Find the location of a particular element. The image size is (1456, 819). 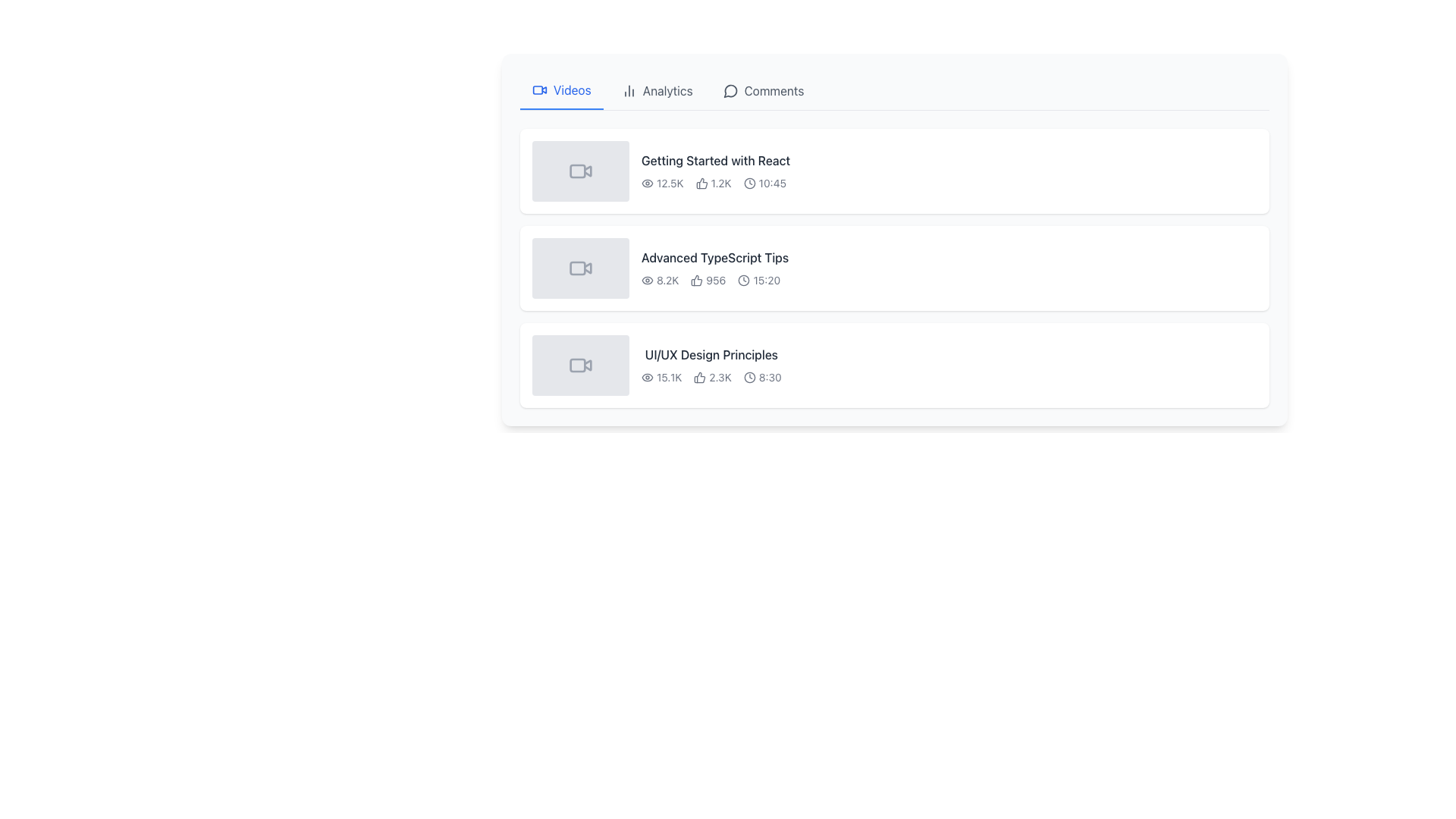

the circular speech bubble icon located to the left of the 'Comments' text in the navigation bar is located at coordinates (730, 90).